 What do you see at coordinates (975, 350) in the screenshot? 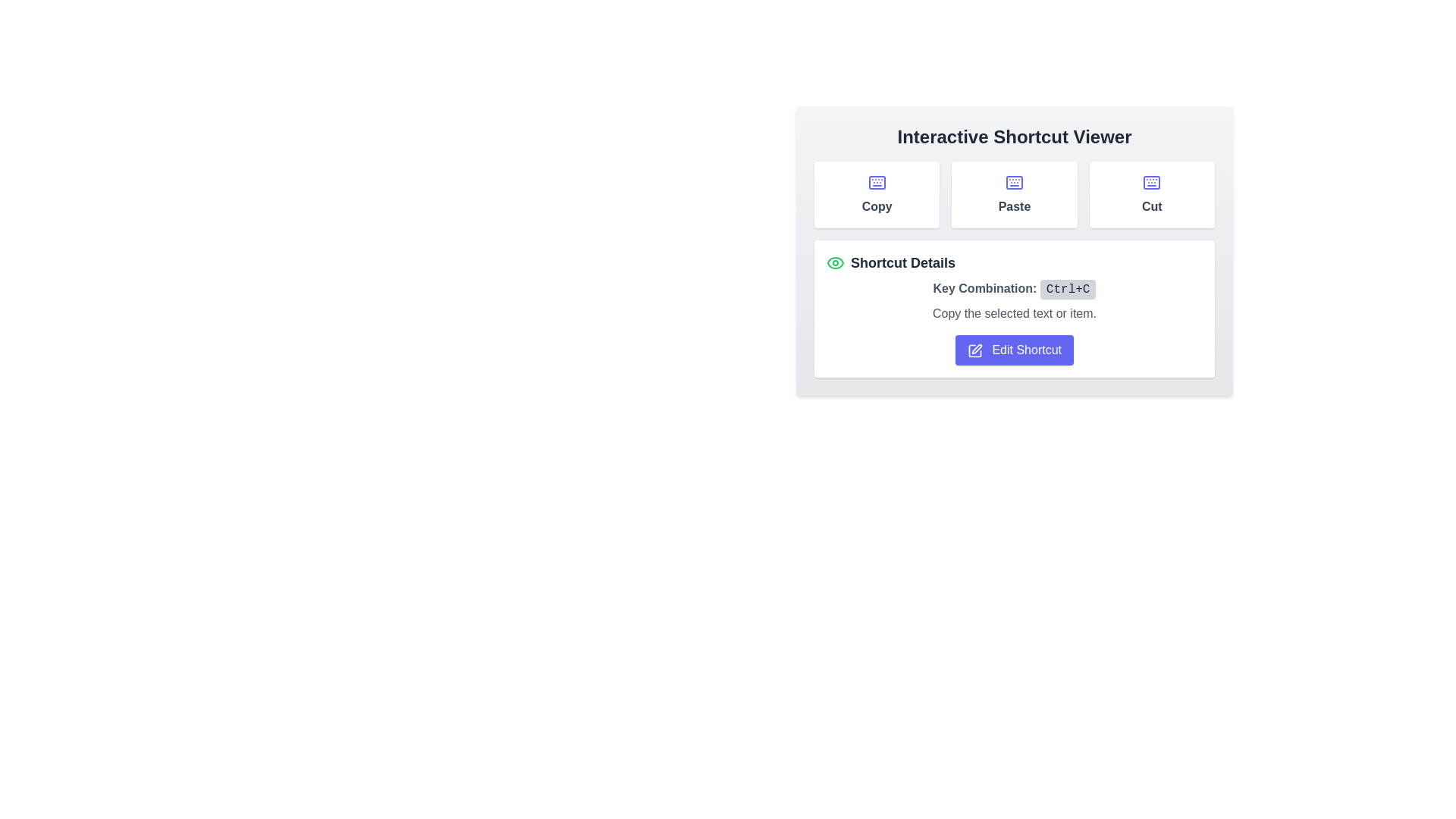
I see `the pen icon located inside the purple 'Edit Shortcut' button with white text, positioned at the bottom of the 'Shortcut Details' section` at bounding box center [975, 350].